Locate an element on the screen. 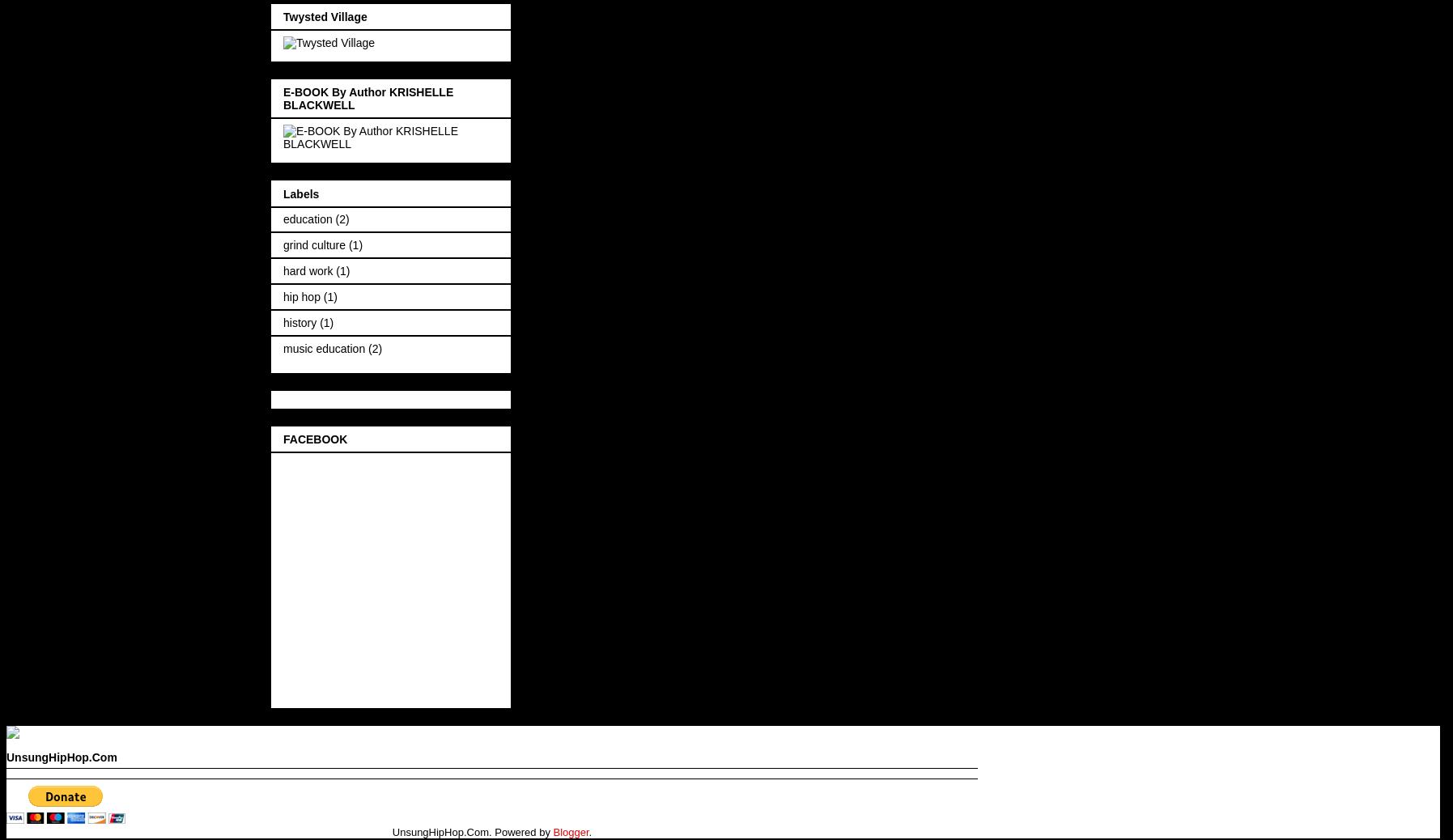  'E-BOOK By Author KRISHELLE BLACKWELL' is located at coordinates (368, 97).